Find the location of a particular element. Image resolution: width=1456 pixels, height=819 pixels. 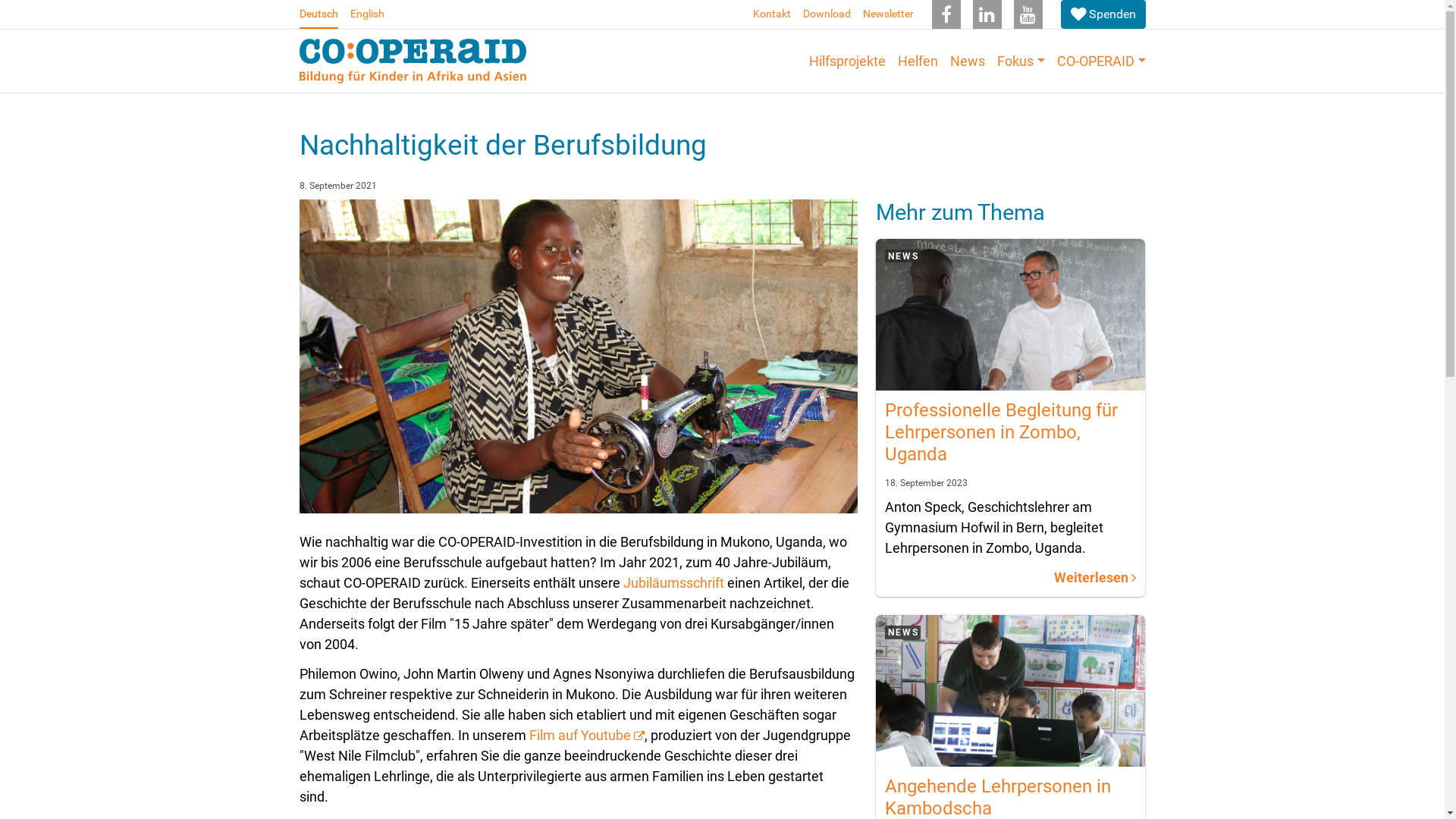

'Film auf Youtube' is located at coordinates (585, 734).